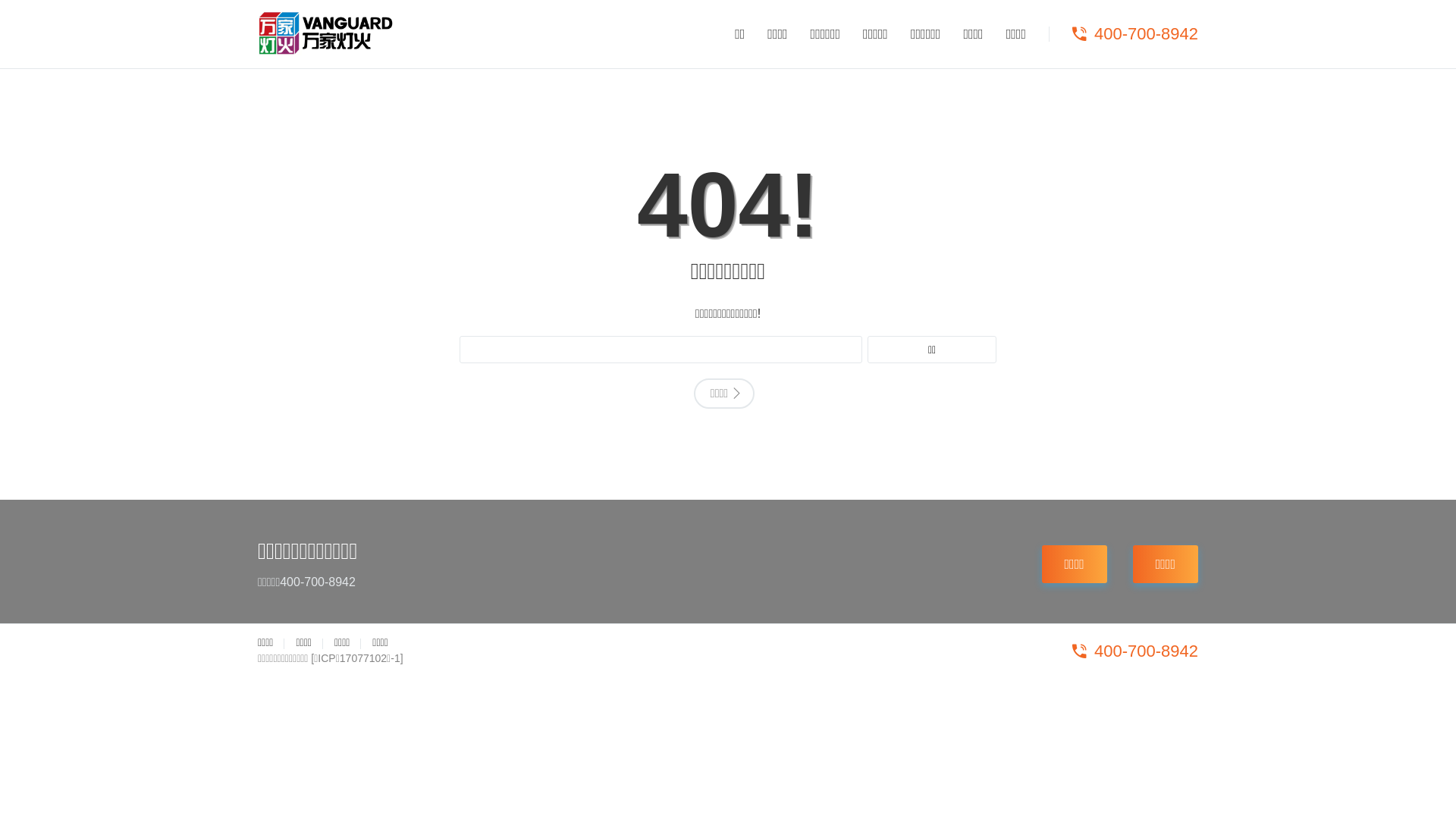 Image resolution: width=1456 pixels, height=819 pixels. What do you see at coordinates (1132, 34) in the screenshot?
I see `'400-700-8942'` at bounding box center [1132, 34].